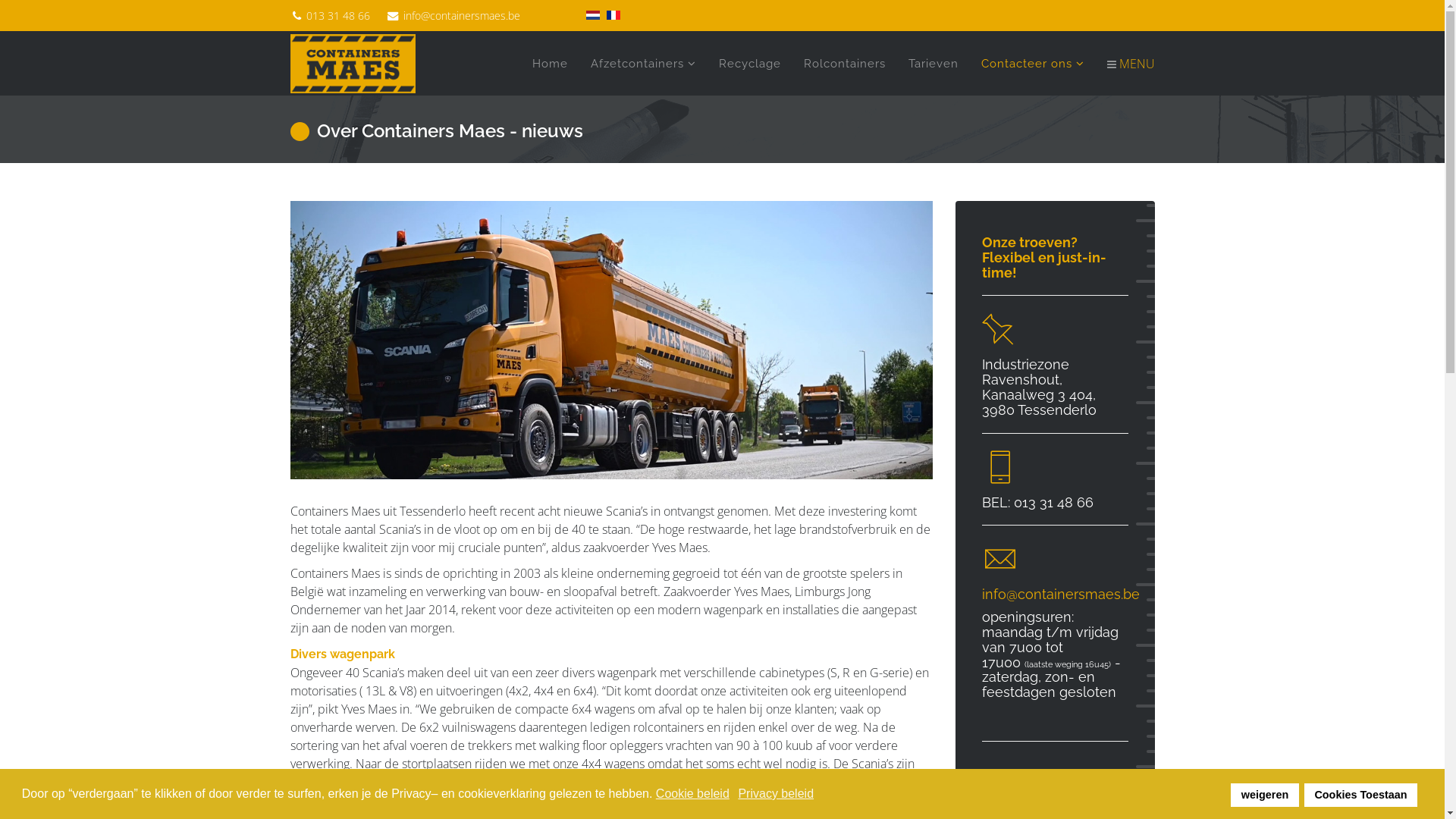 This screenshot has height=819, width=1456. I want to click on 'Afzetcontainers', so click(643, 63).